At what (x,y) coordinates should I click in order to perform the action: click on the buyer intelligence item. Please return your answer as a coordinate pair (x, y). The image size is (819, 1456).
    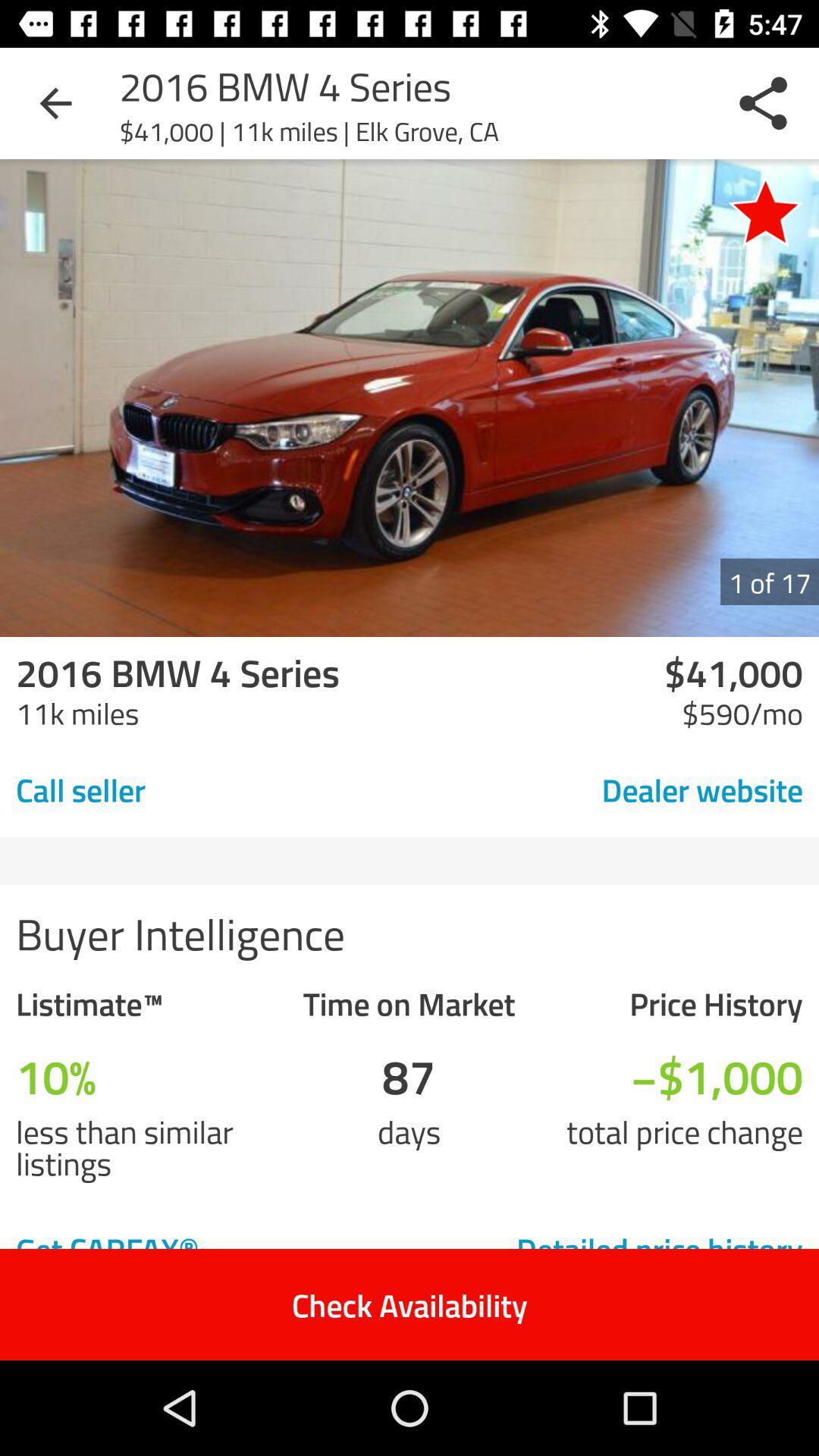
    Looking at the image, I should click on (409, 931).